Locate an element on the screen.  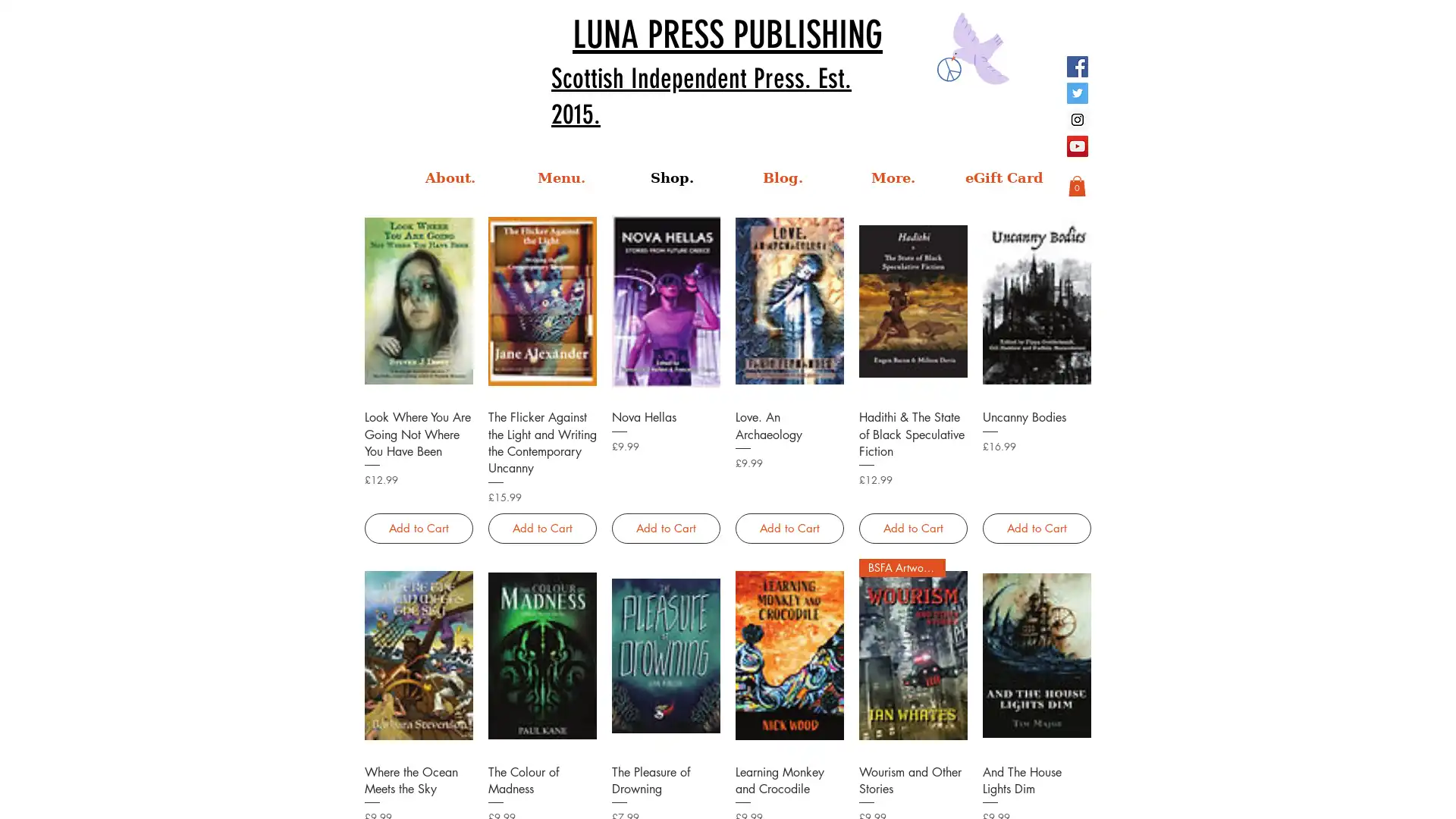
Cart with 0 items is located at coordinates (1076, 185).